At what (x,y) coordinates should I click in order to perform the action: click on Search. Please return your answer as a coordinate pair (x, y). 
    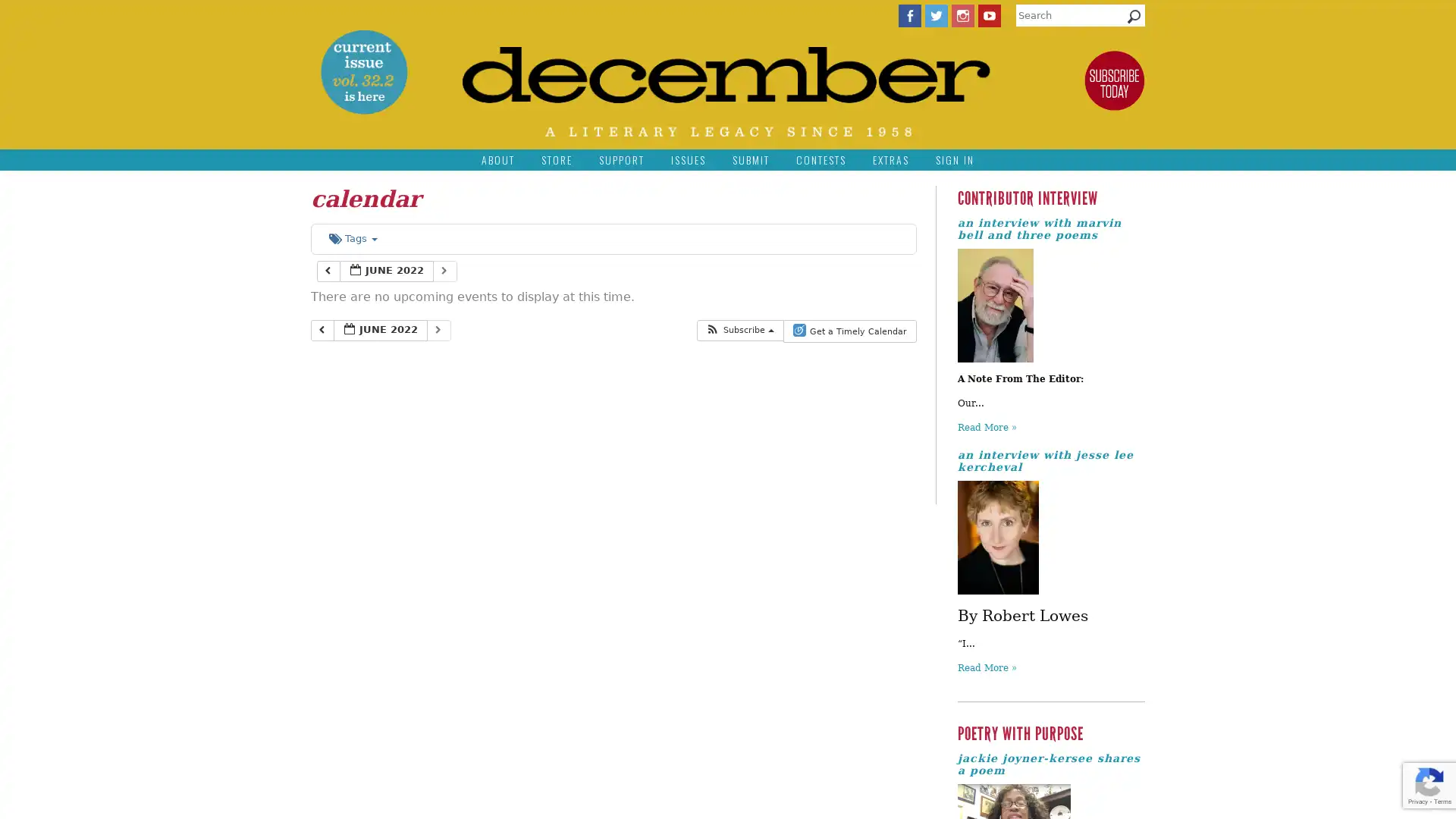
    Looking at the image, I should click on (1134, 20).